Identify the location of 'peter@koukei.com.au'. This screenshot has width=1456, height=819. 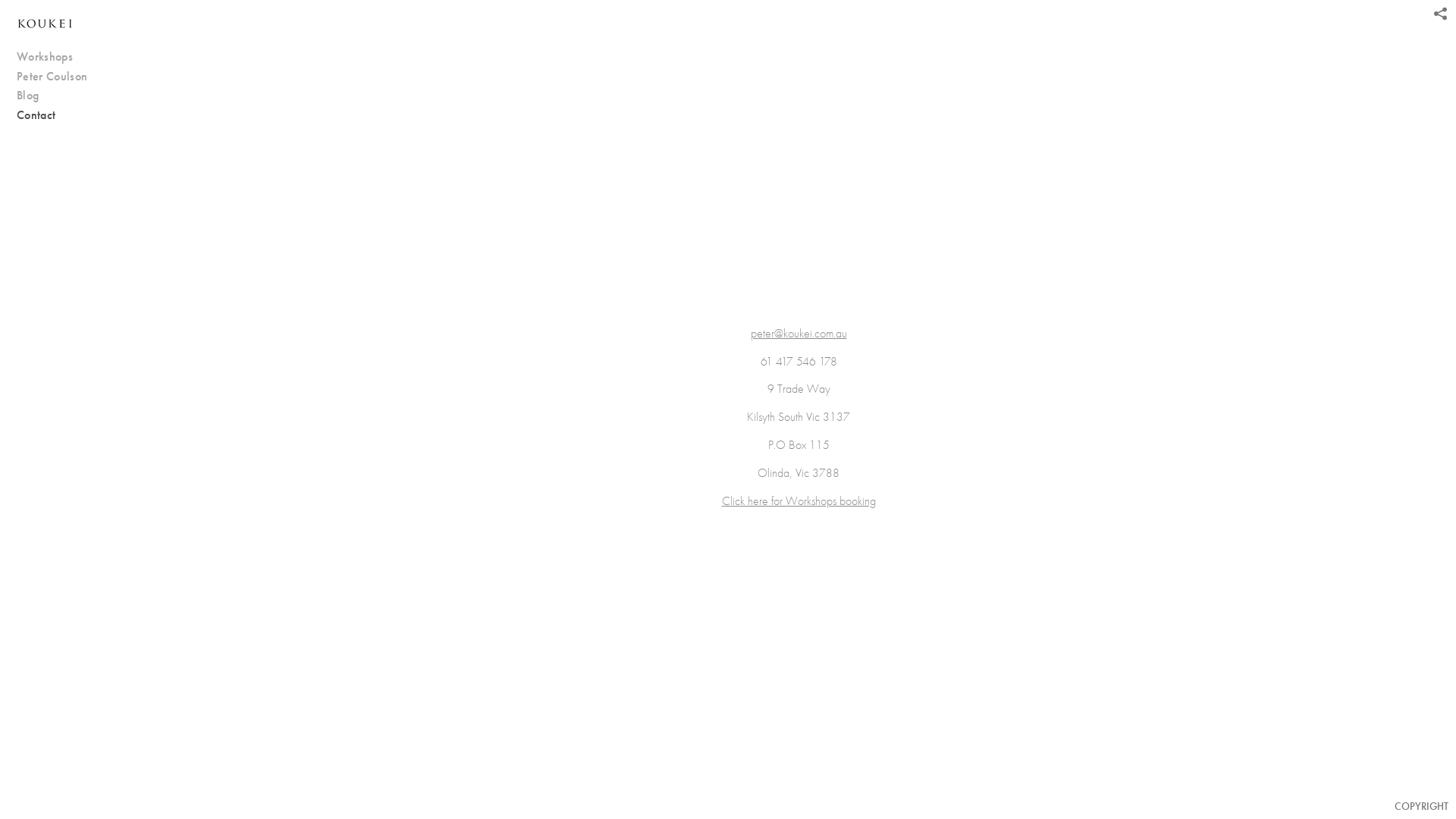
(798, 332).